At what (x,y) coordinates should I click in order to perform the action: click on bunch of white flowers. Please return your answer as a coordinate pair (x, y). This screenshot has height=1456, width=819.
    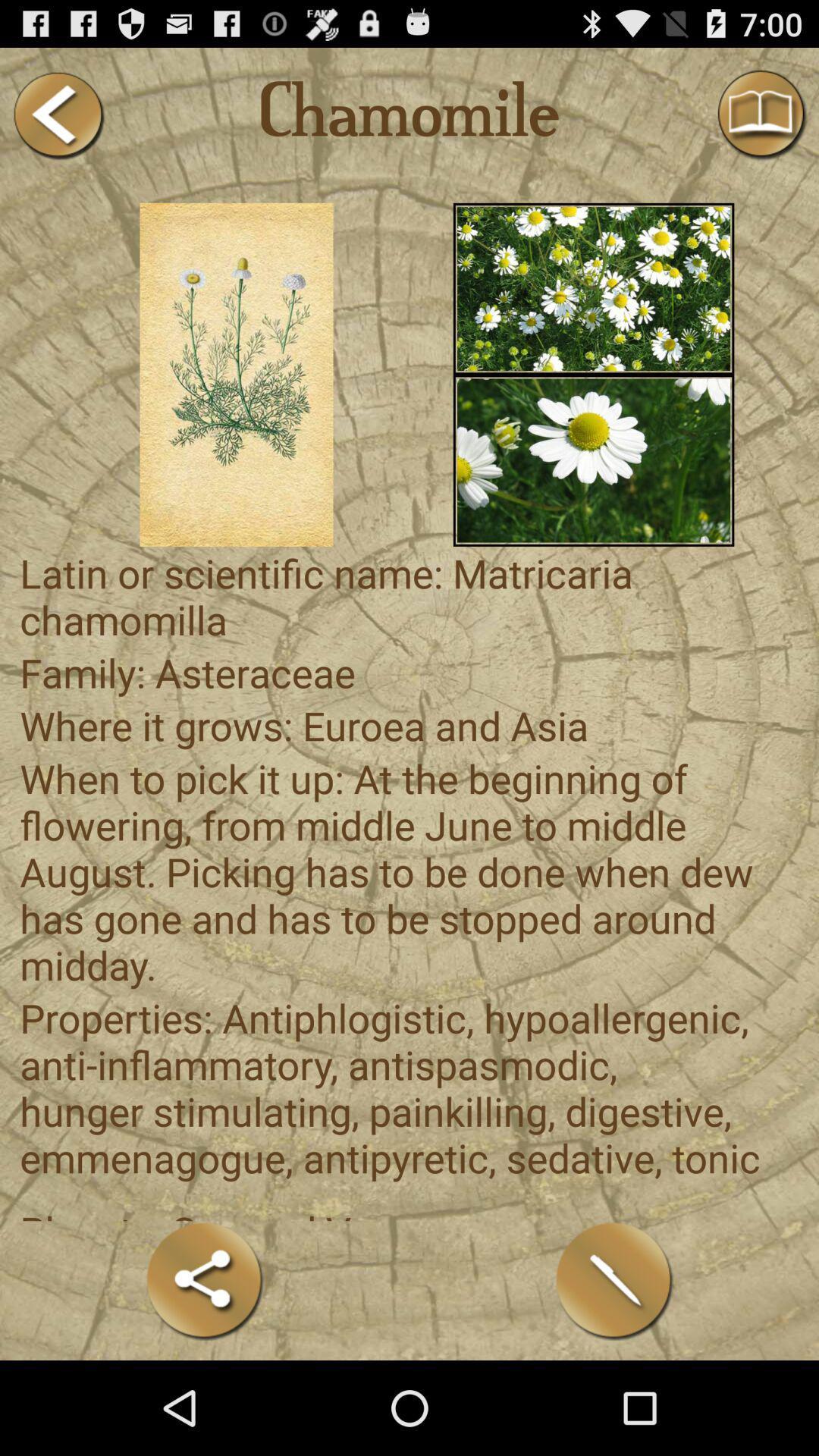
    Looking at the image, I should click on (593, 288).